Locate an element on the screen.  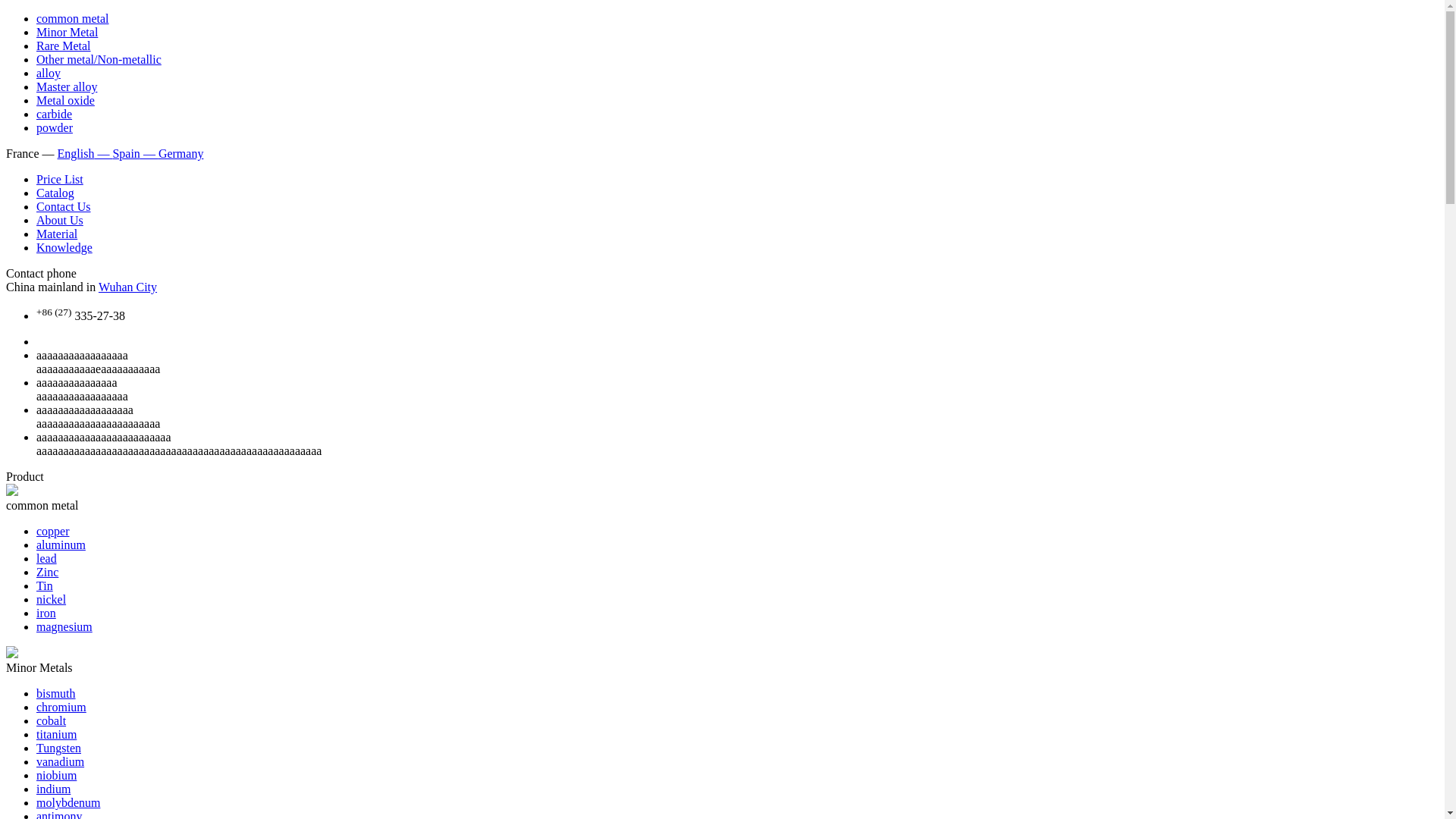
'cobalt' is located at coordinates (51, 720).